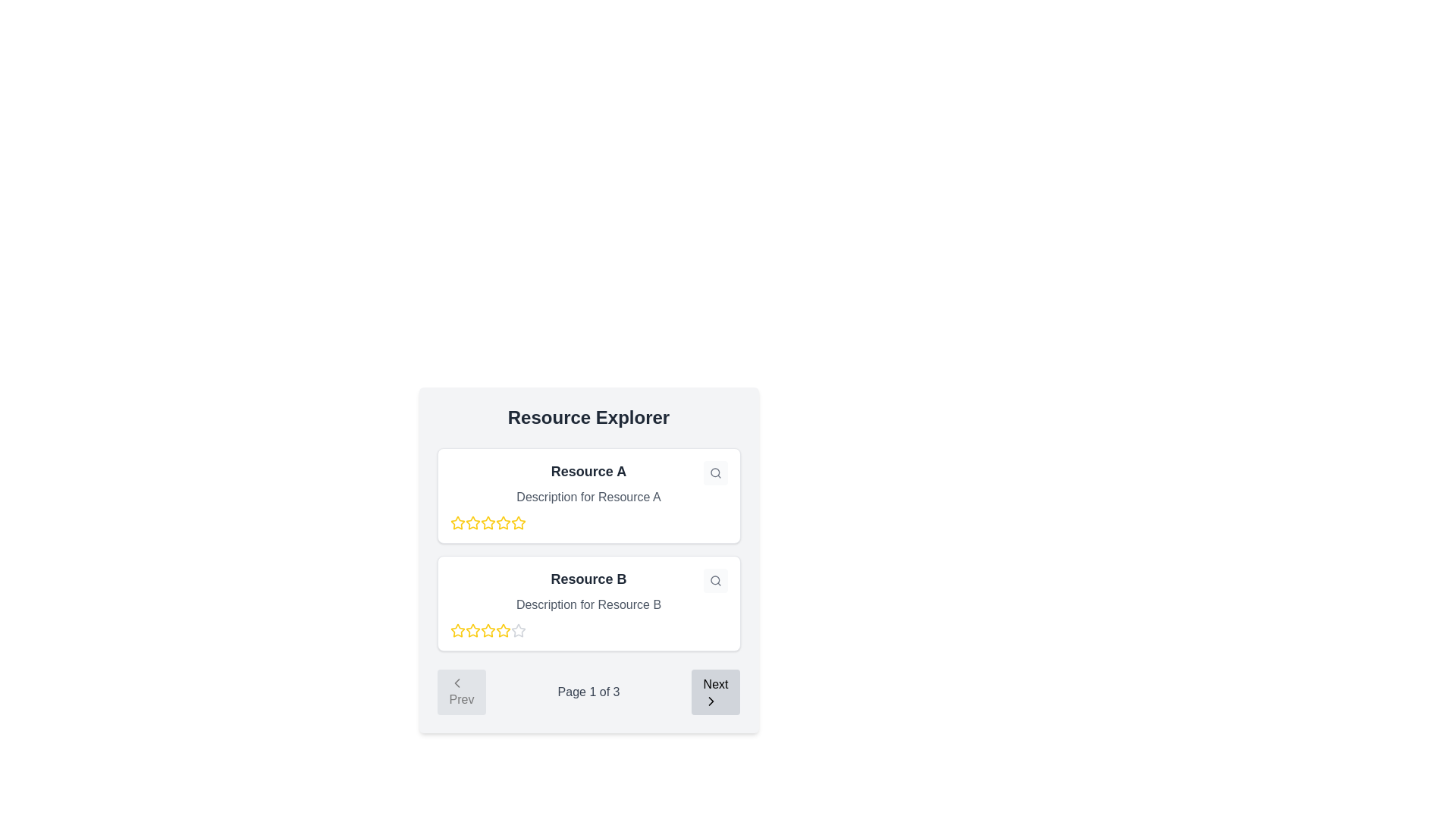  What do you see at coordinates (503, 631) in the screenshot?
I see `the fifth rating star icon for 'Resource B' in the Resource Explorer section` at bounding box center [503, 631].